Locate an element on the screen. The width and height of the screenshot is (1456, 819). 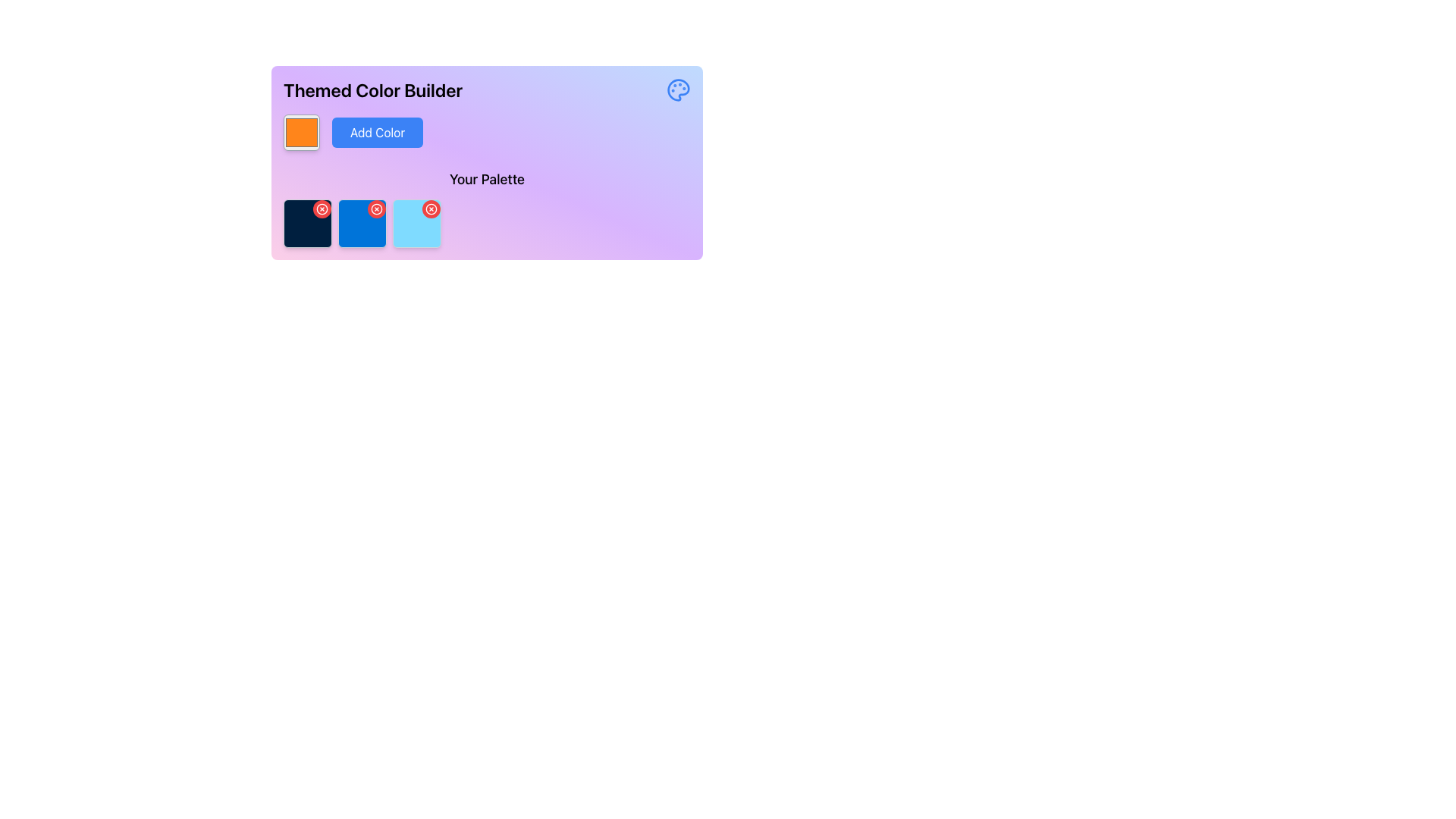
the delete button located at the top-right corner of the blue color block in the 'Your Palette' section is located at coordinates (377, 209).